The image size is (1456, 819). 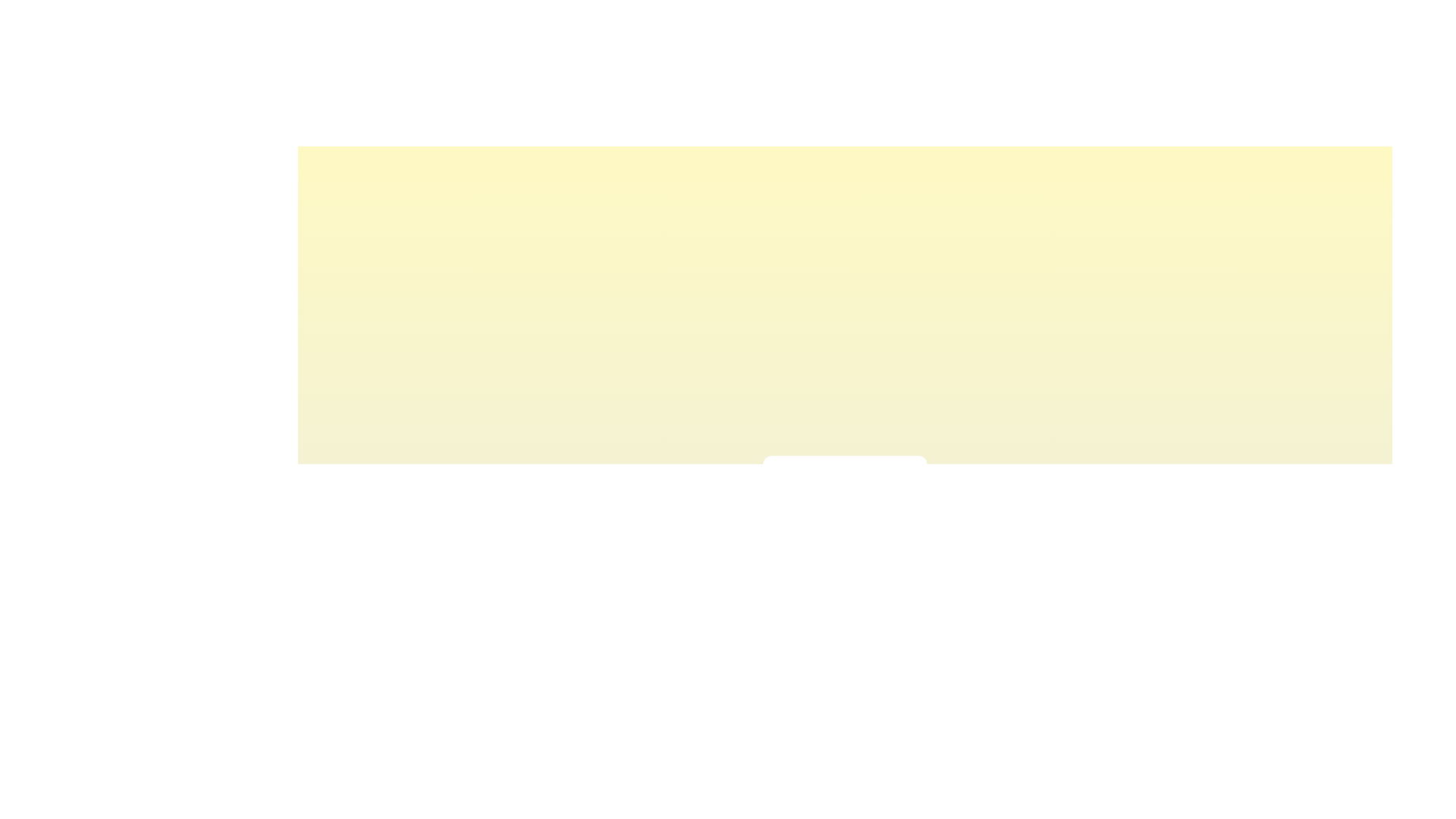 I want to click on the light intensity slider to 44% to observe the corresponding visual feedback color, so click(x=836, y=513).